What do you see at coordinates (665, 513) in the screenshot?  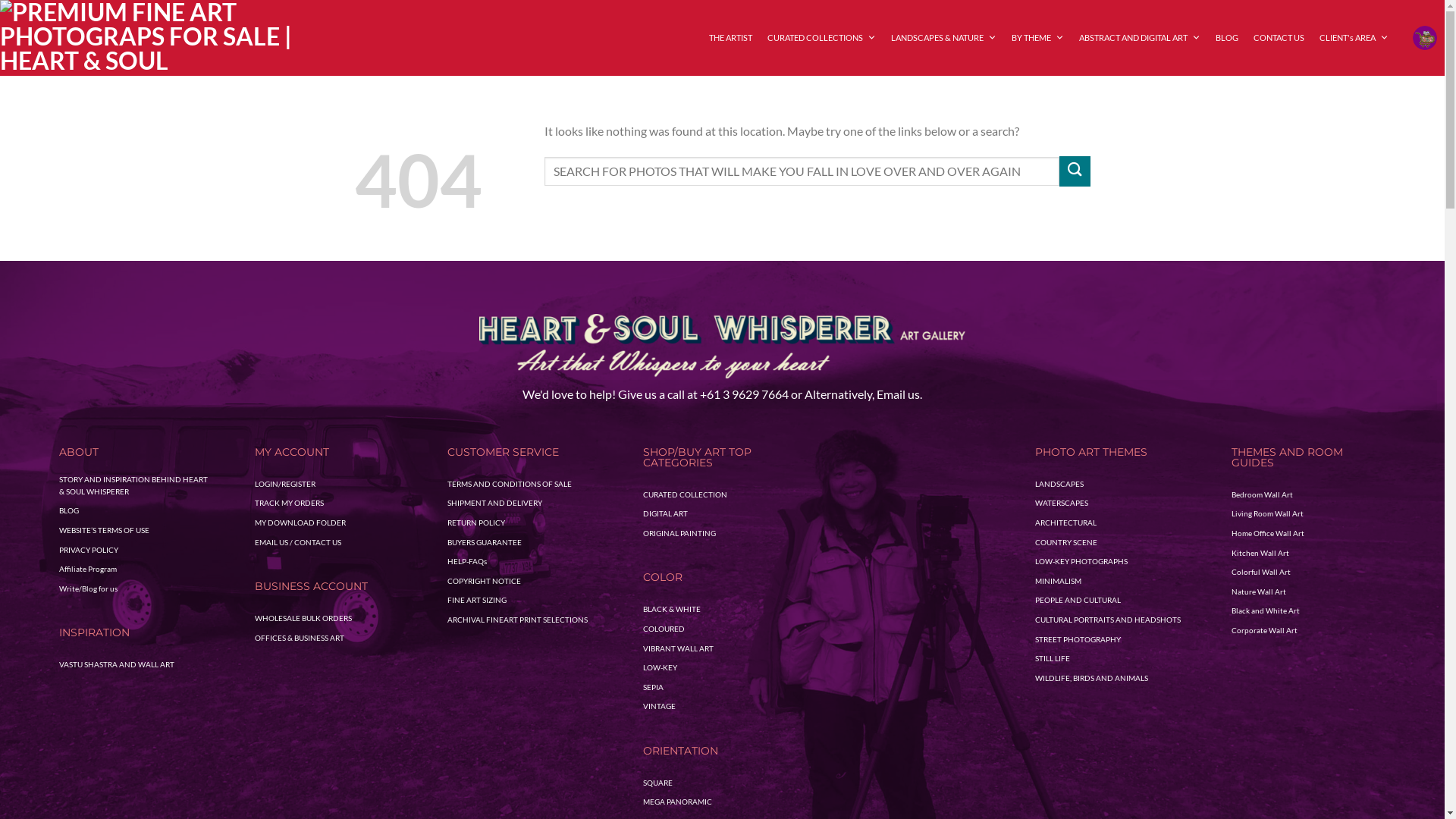 I see `'DIGITAL ART'` at bounding box center [665, 513].